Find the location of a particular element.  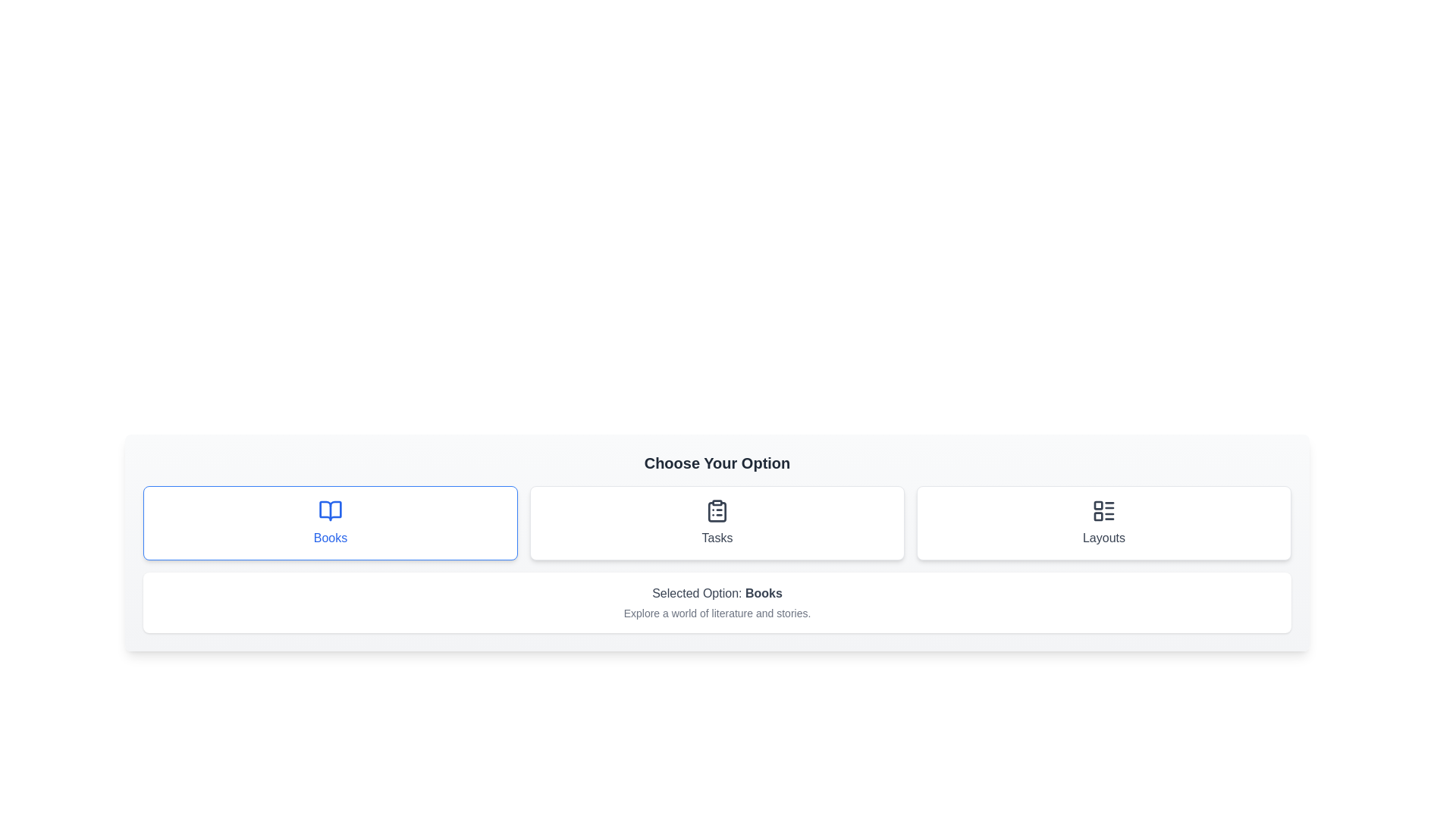

the text label stating 'Selected Option: Books', which is styled in medium-dark gray and positioned at the top of its section, just above the descriptor text is located at coordinates (716, 593).